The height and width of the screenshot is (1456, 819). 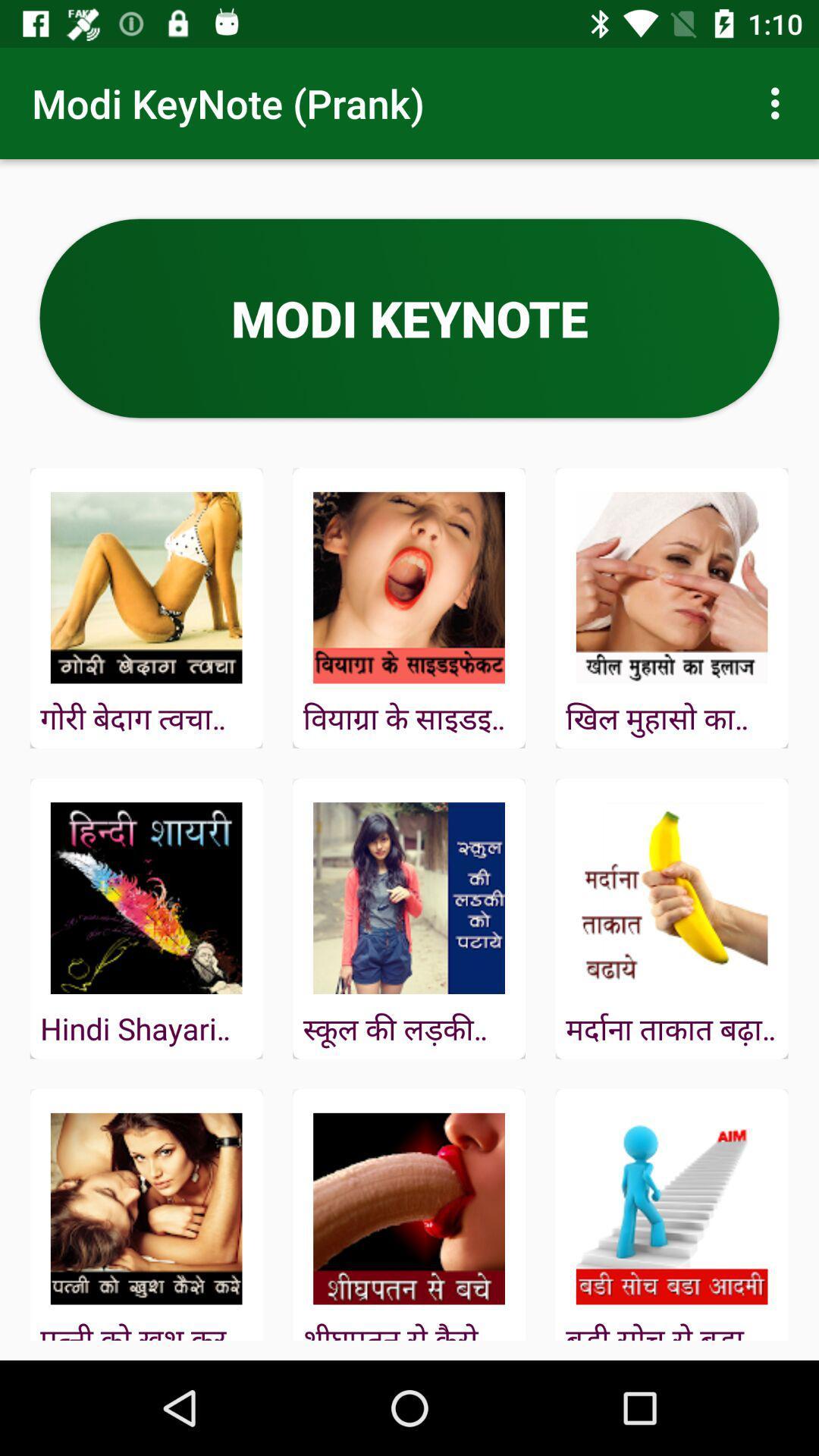 I want to click on the item to the right of modi keynote (prank) app, so click(x=779, y=102).